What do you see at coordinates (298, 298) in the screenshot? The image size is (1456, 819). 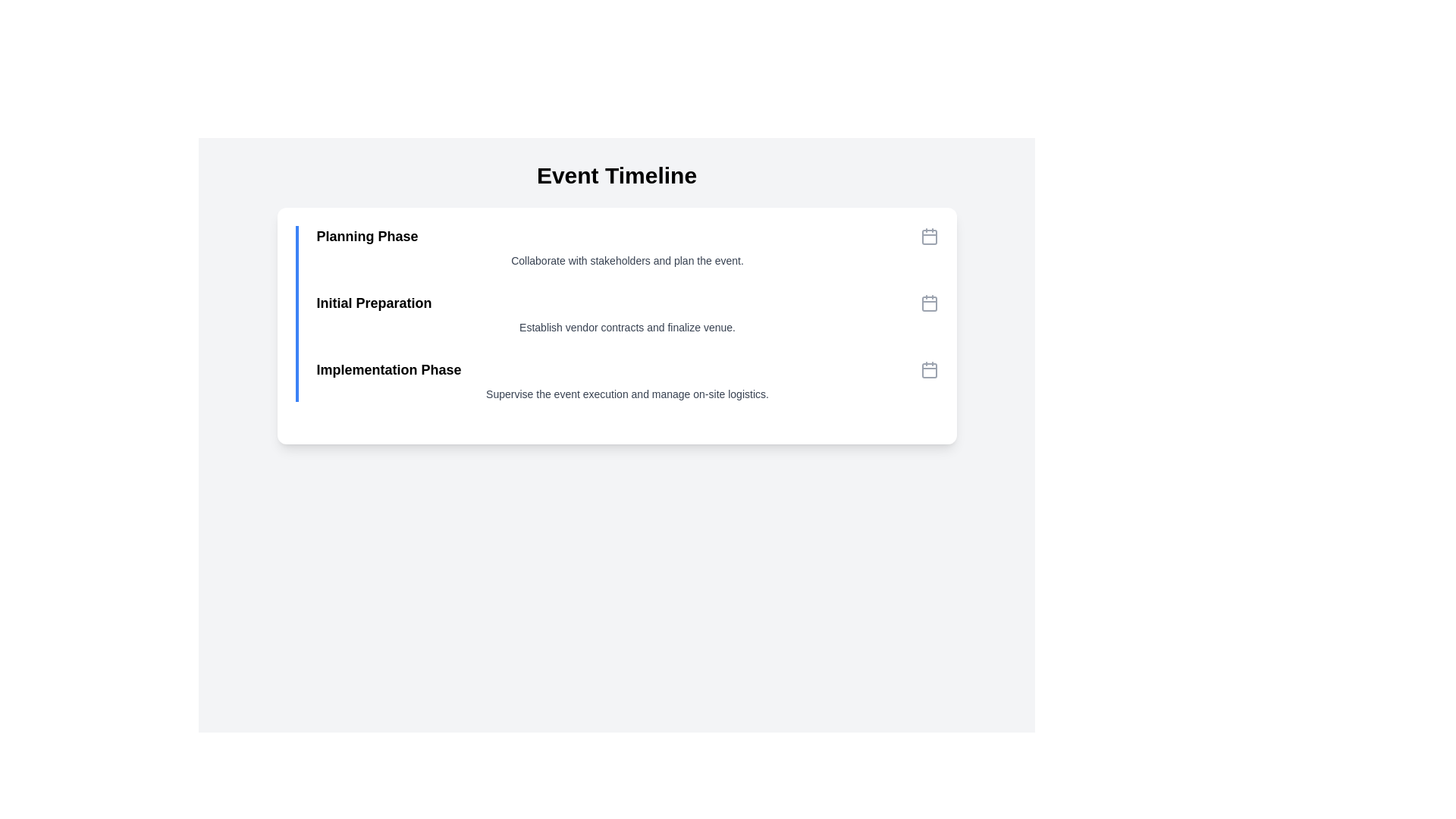 I see `the small circular dot with a yellow background located to the left of the 'Initial Preparation' title in the 'Event Timeline' section` at bounding box center [298, 298].